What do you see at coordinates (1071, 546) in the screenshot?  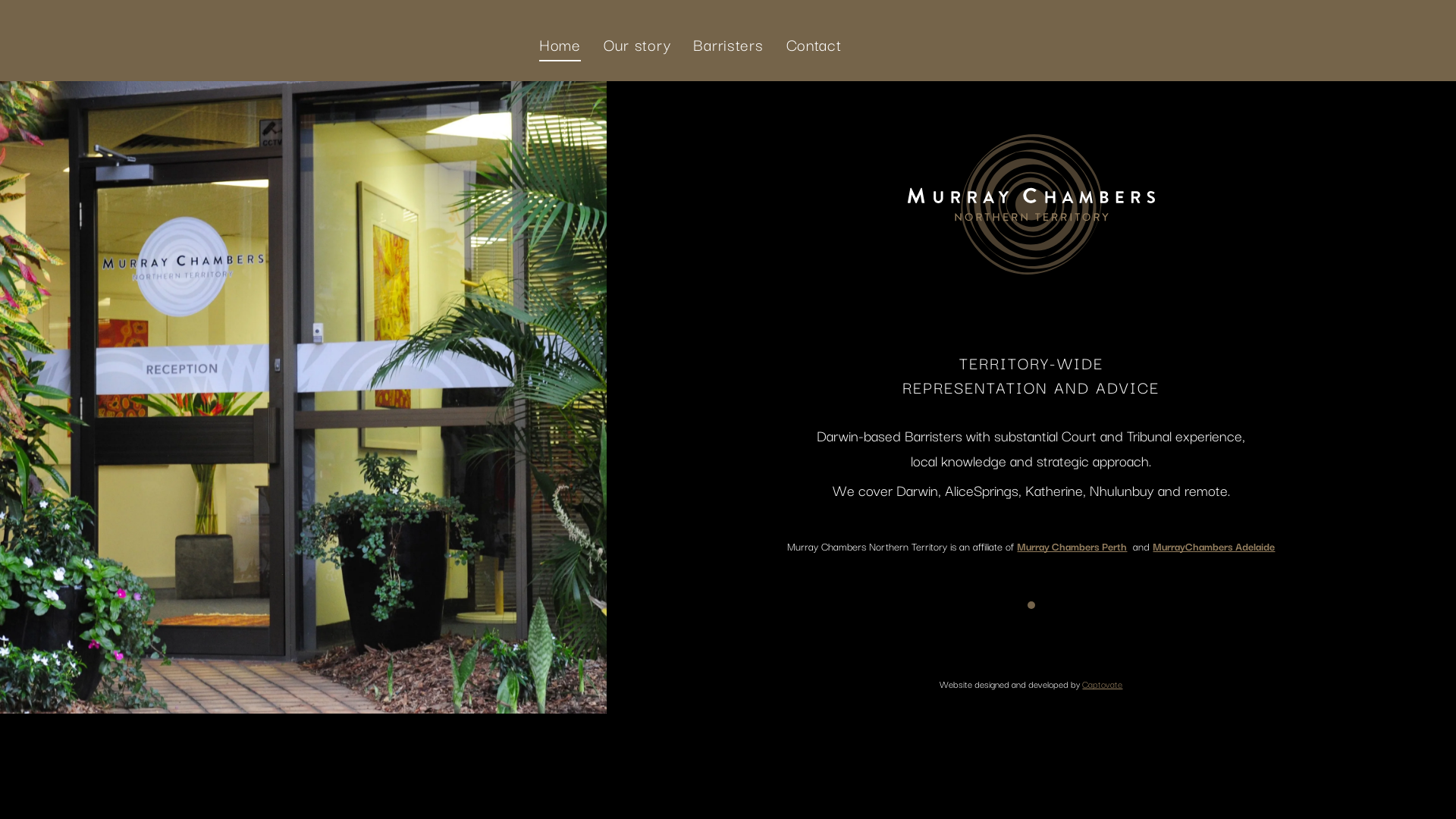 I see `'Murray Chambers Perth'` at bounding box center [1071, 546].